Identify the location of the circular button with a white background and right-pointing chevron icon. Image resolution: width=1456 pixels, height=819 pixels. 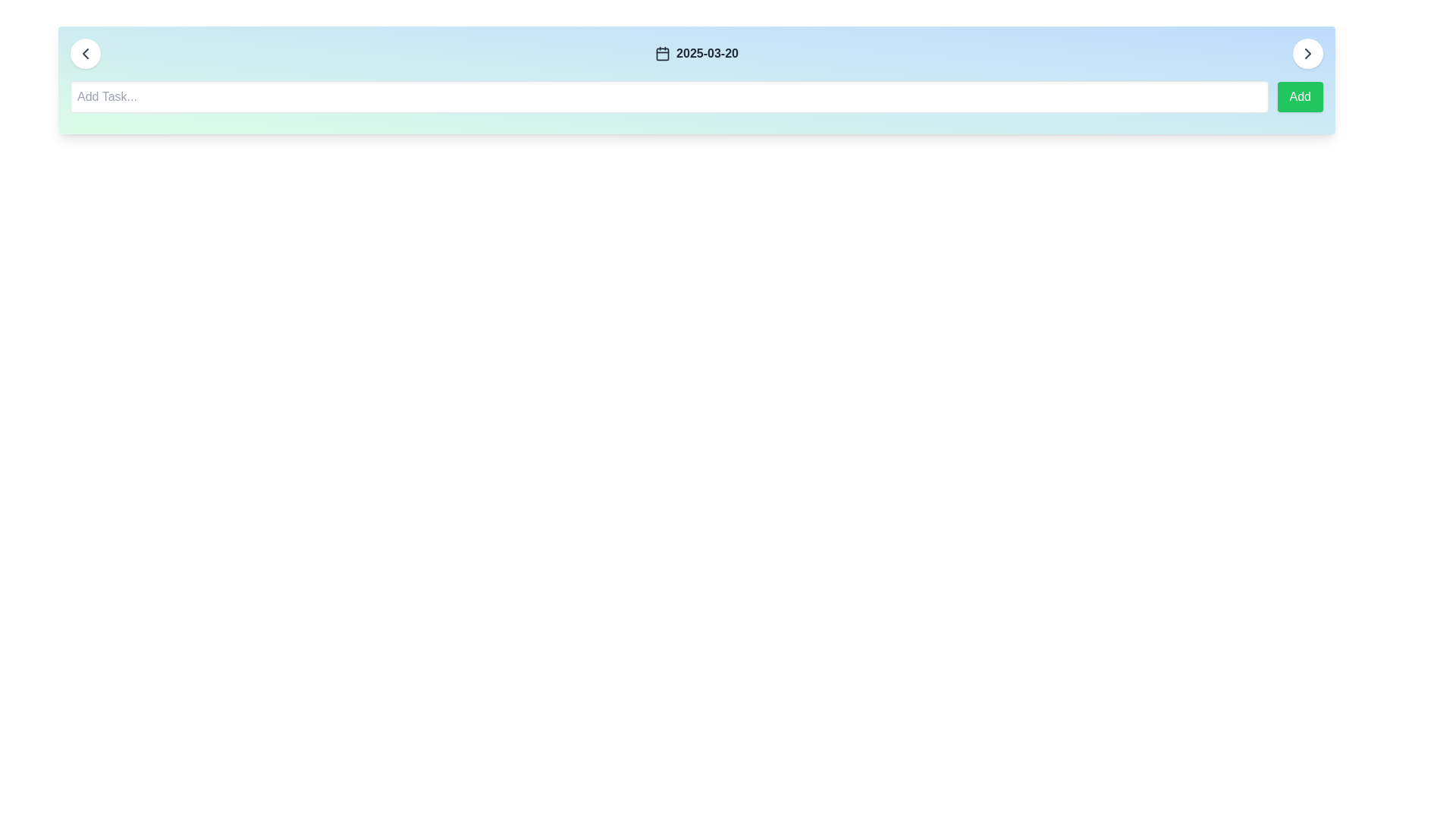
(1307, 52).